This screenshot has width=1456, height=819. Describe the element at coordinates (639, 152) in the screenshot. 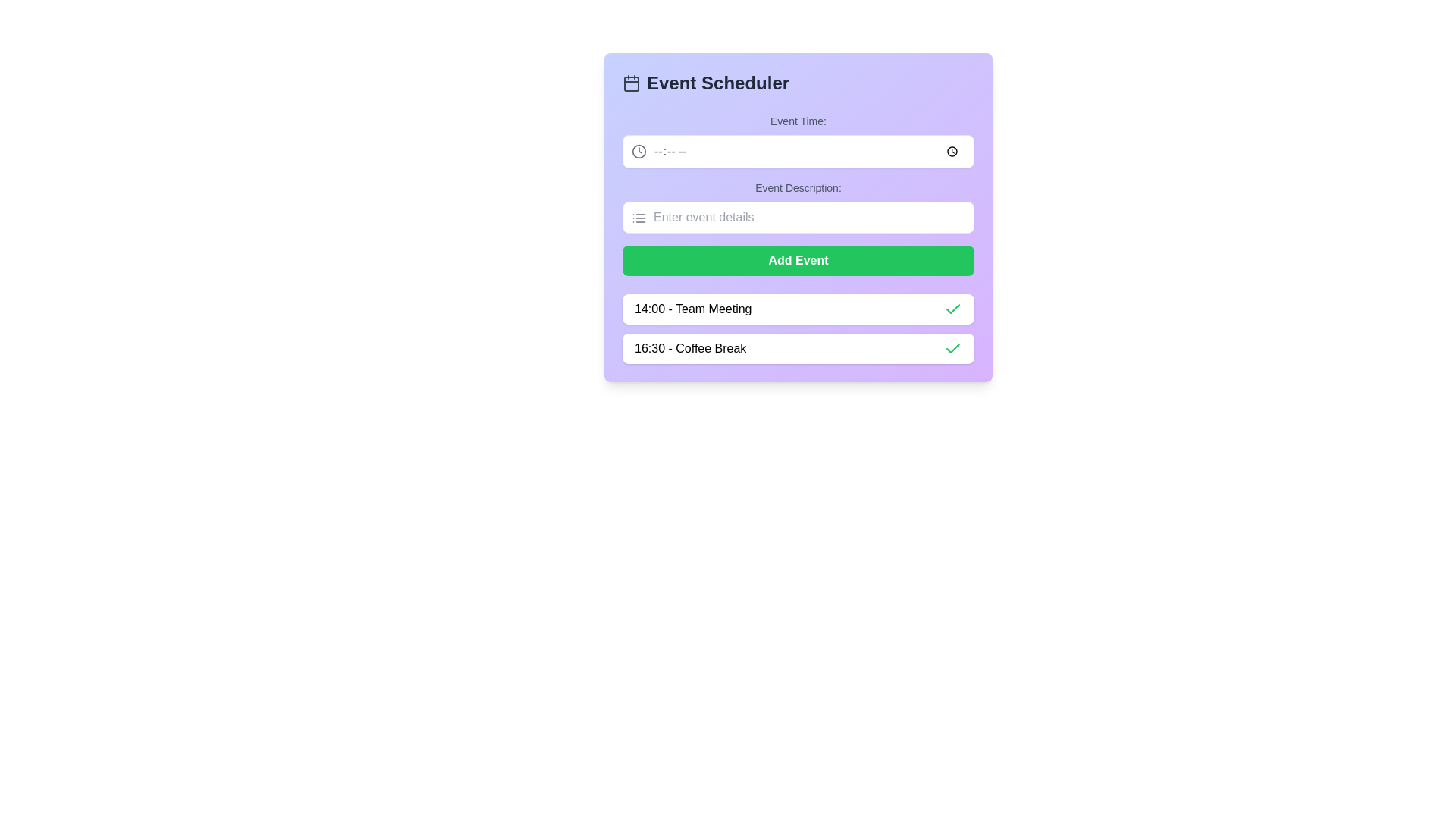

I see `circular SVG vector graphic element inside the clock icon, located to the left of the 'Event Time' input field, for debugging purposes` at that location.